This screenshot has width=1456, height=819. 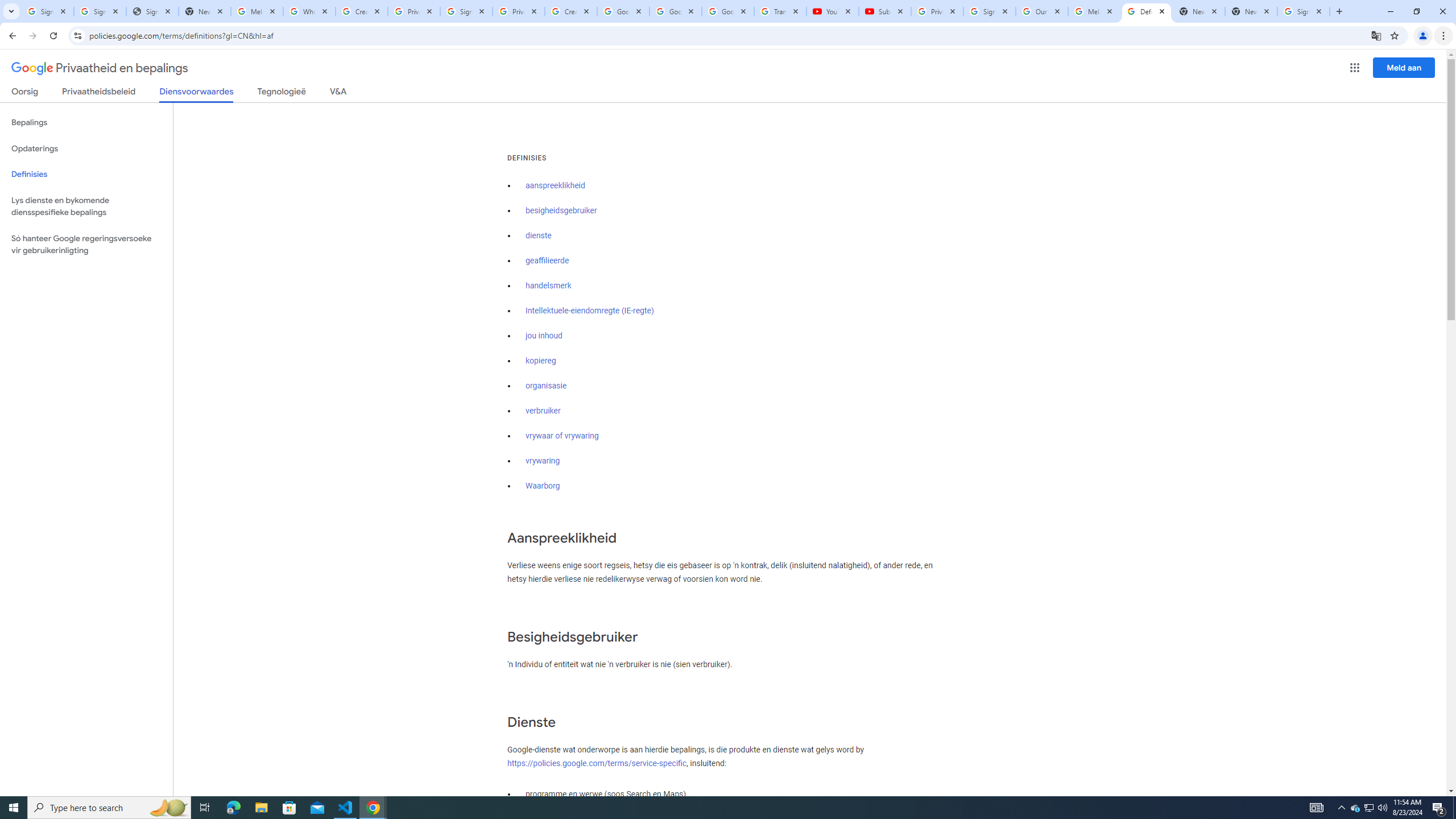 I want to click on 'Meld aan', so click(x=1404, y=67).